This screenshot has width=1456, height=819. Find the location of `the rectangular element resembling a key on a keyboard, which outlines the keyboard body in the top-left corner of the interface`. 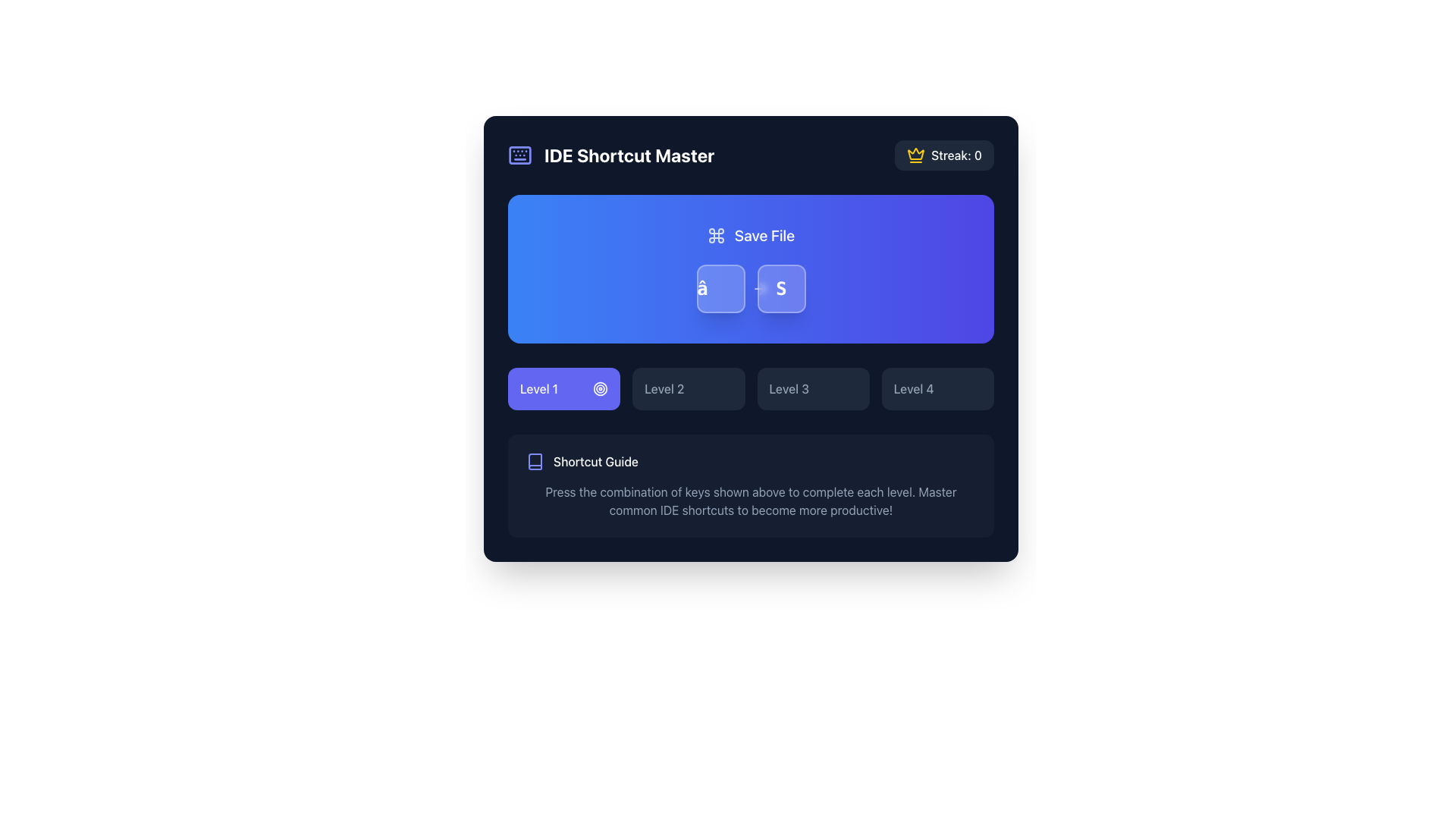

the rectangular element resembling a key on a keyboard, which outlines the keyboard body in the top-left corner of the interface is located at coordinates (520, 155).